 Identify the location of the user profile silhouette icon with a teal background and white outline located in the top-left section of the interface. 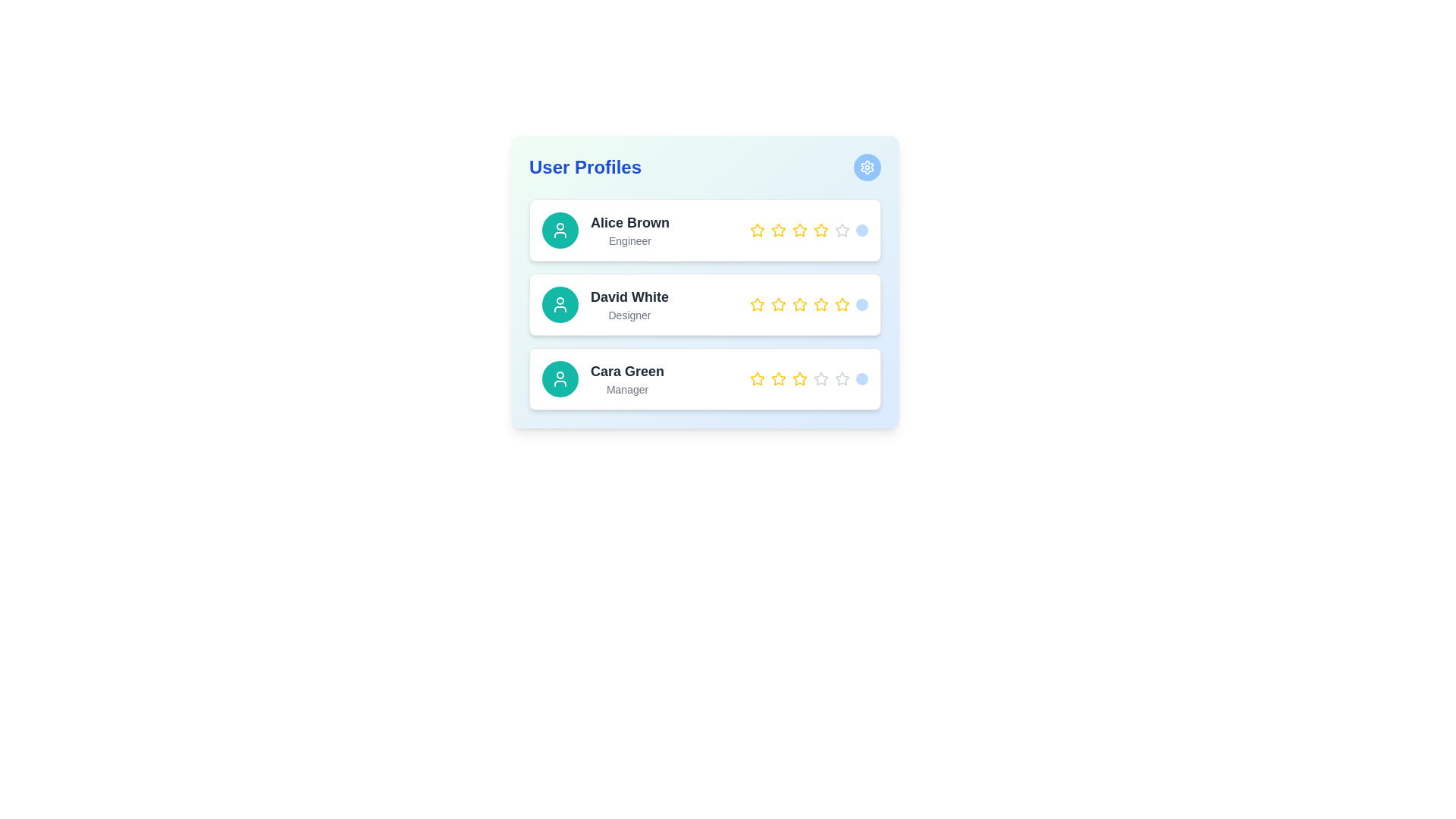
(560, 378).